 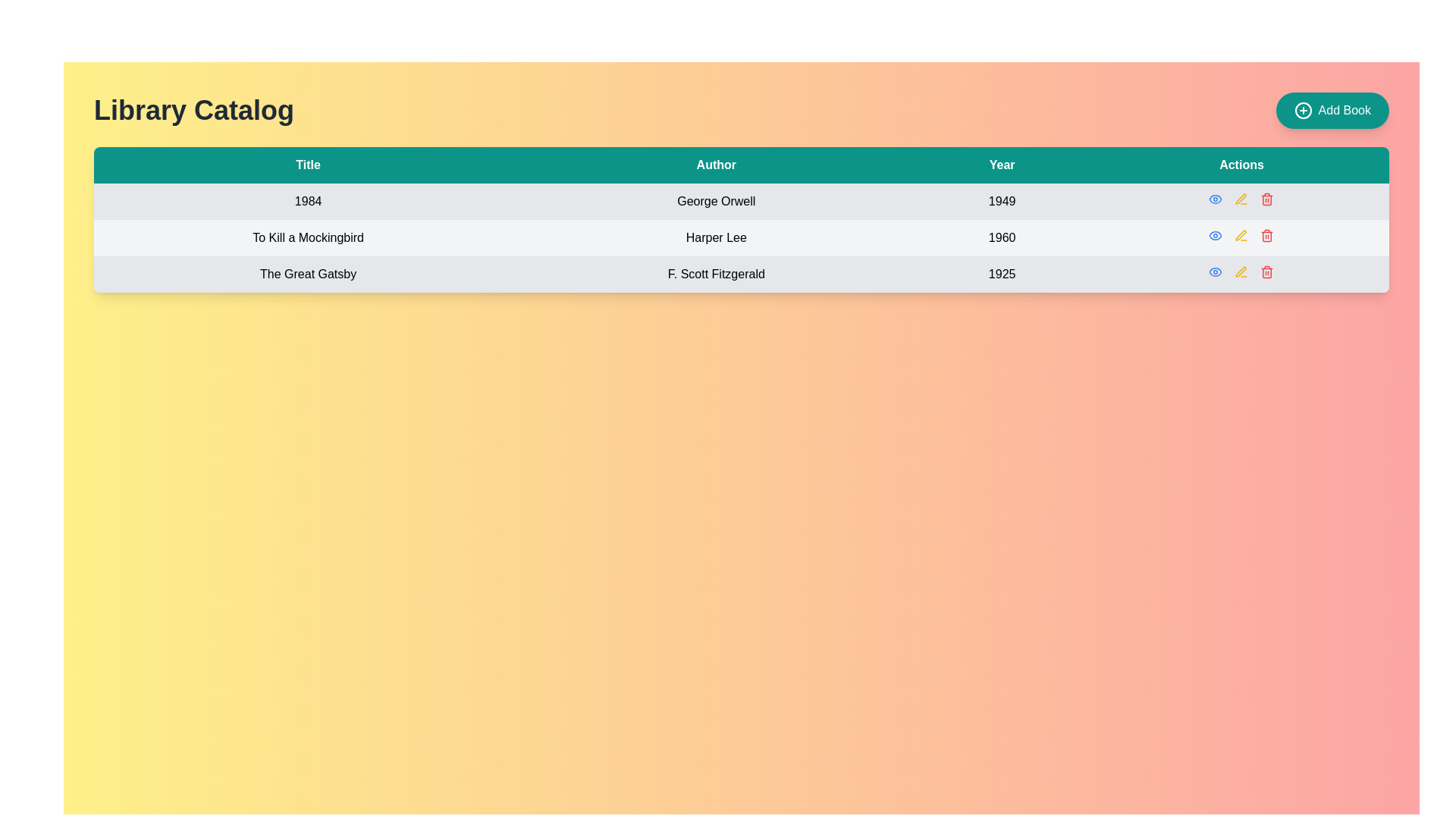 What do you see at coordinates (742, 275) in the screenshot?
I see `the third row of the Library Catalog table, which contains the title 'The Great Gatsby', the author 'F. Scott Fitzgerald', and the year '1925', for interaction` at bounding box center [742, 275].